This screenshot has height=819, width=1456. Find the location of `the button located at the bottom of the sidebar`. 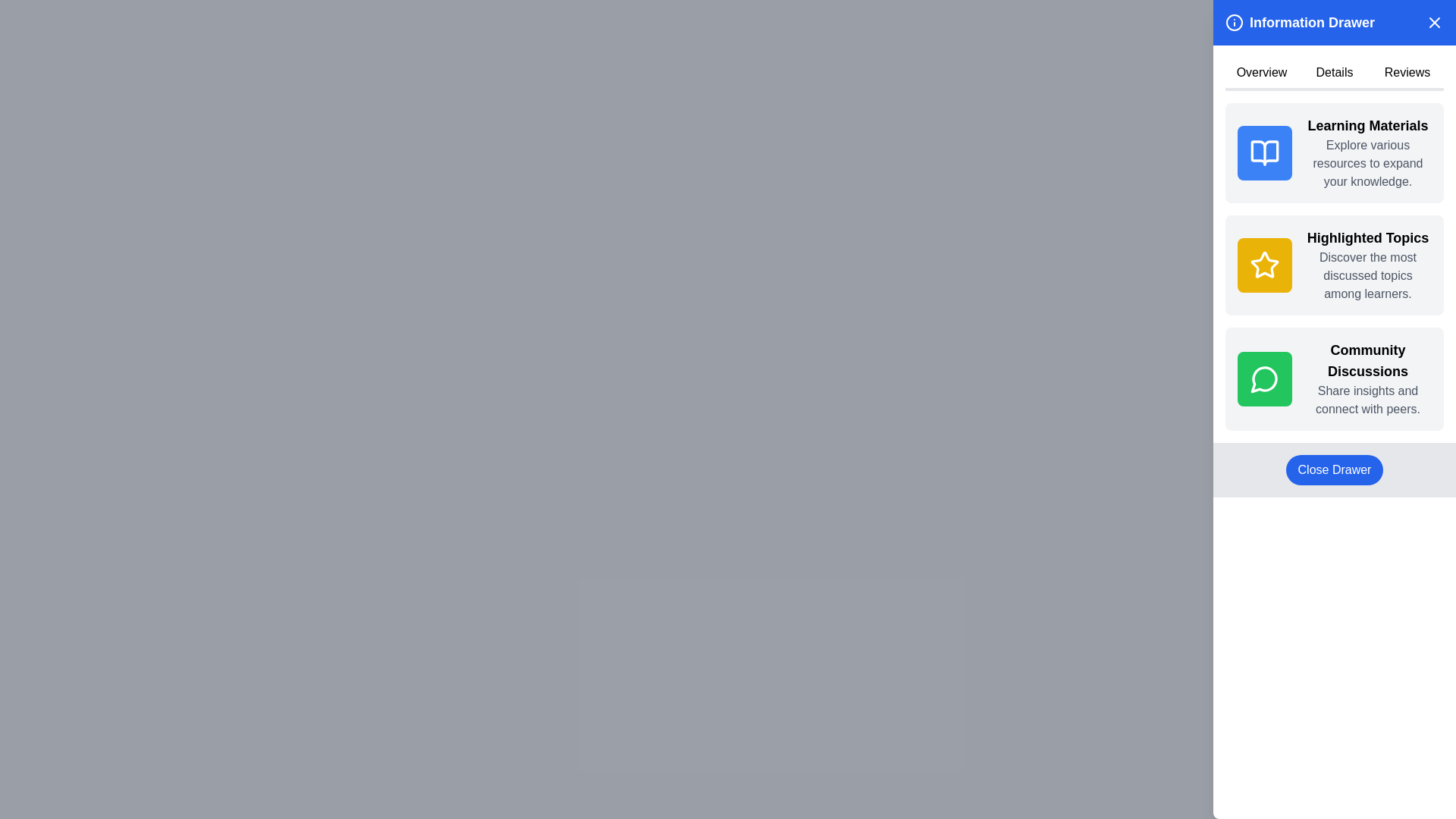

the button located at the bottom of the sidebar is located at coordinates (1332, 469).